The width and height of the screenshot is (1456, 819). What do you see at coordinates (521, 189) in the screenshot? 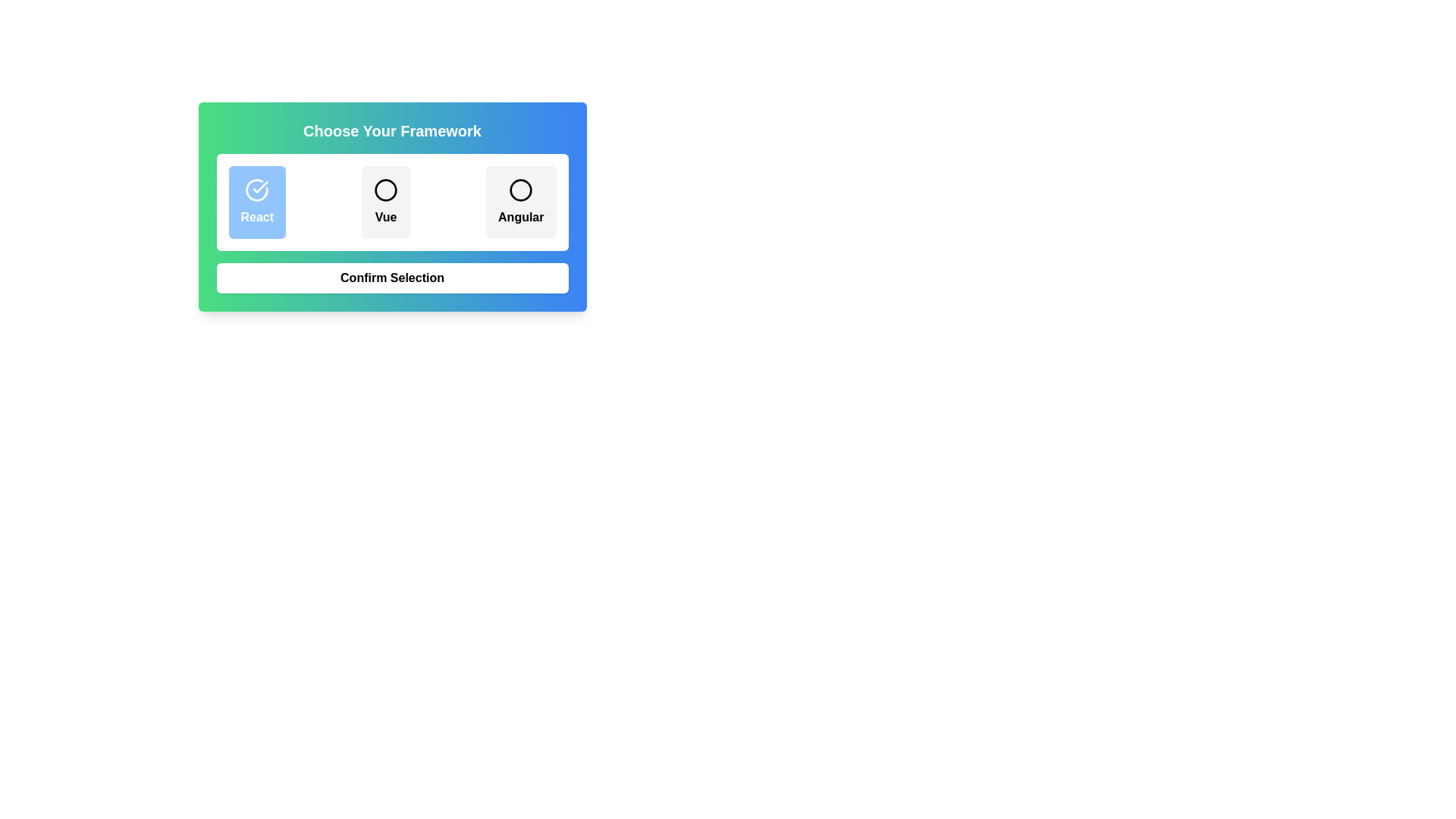
I see `the state change of the SVG Circle that signifies the selection of the Angular option in the framework selection menu, located between the Vue option and the Confirm Selection button` at bounding box center [521, 189].